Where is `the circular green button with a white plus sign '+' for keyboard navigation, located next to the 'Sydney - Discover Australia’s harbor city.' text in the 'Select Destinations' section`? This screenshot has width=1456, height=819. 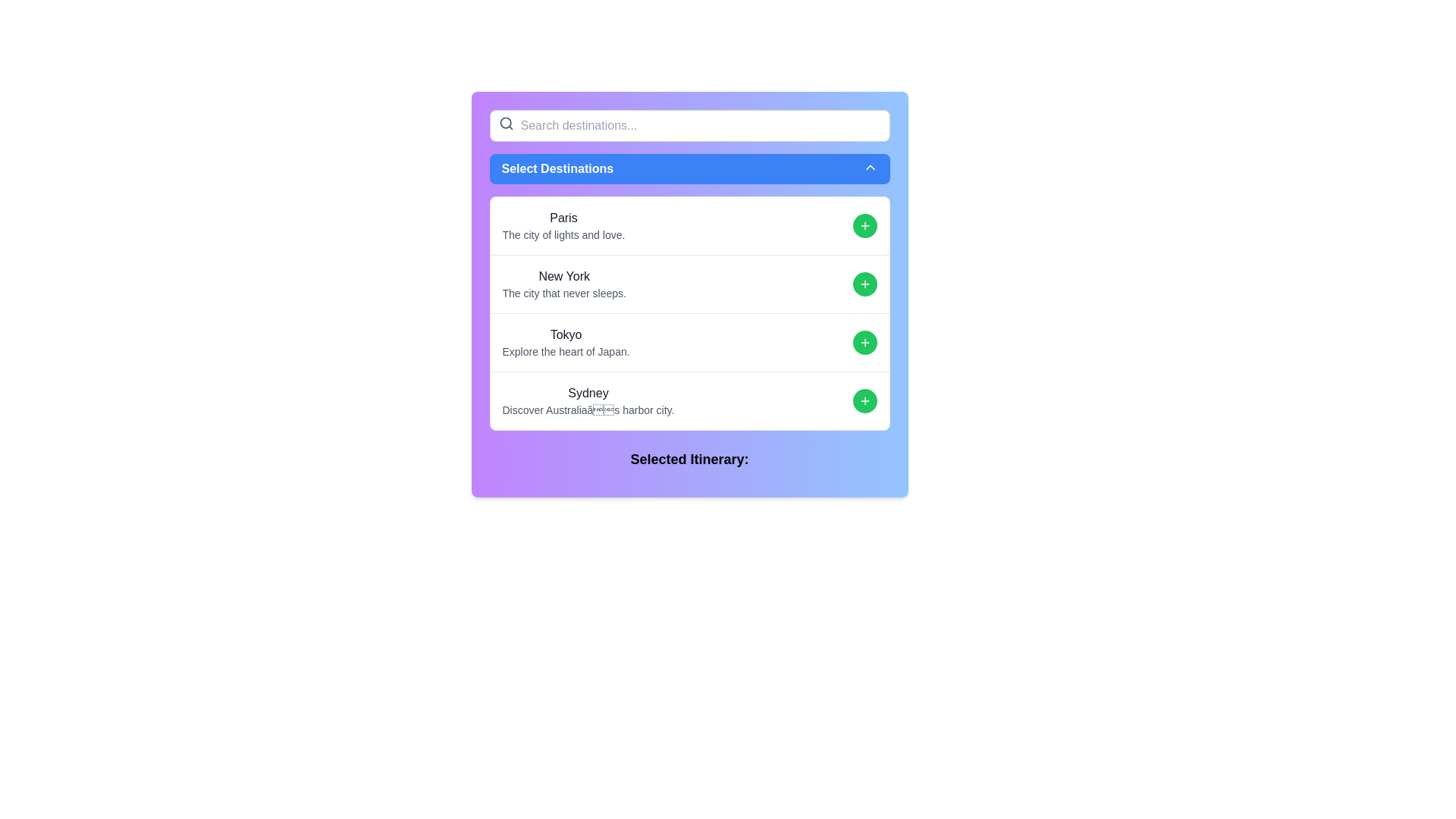
the circular green button with a white plus sign '+' for keyboard navigation, located next to the 'Sydney - Discover Australia’s harbor city.' text in the 'Select Destinations' section is located at coordinates (864, 400).